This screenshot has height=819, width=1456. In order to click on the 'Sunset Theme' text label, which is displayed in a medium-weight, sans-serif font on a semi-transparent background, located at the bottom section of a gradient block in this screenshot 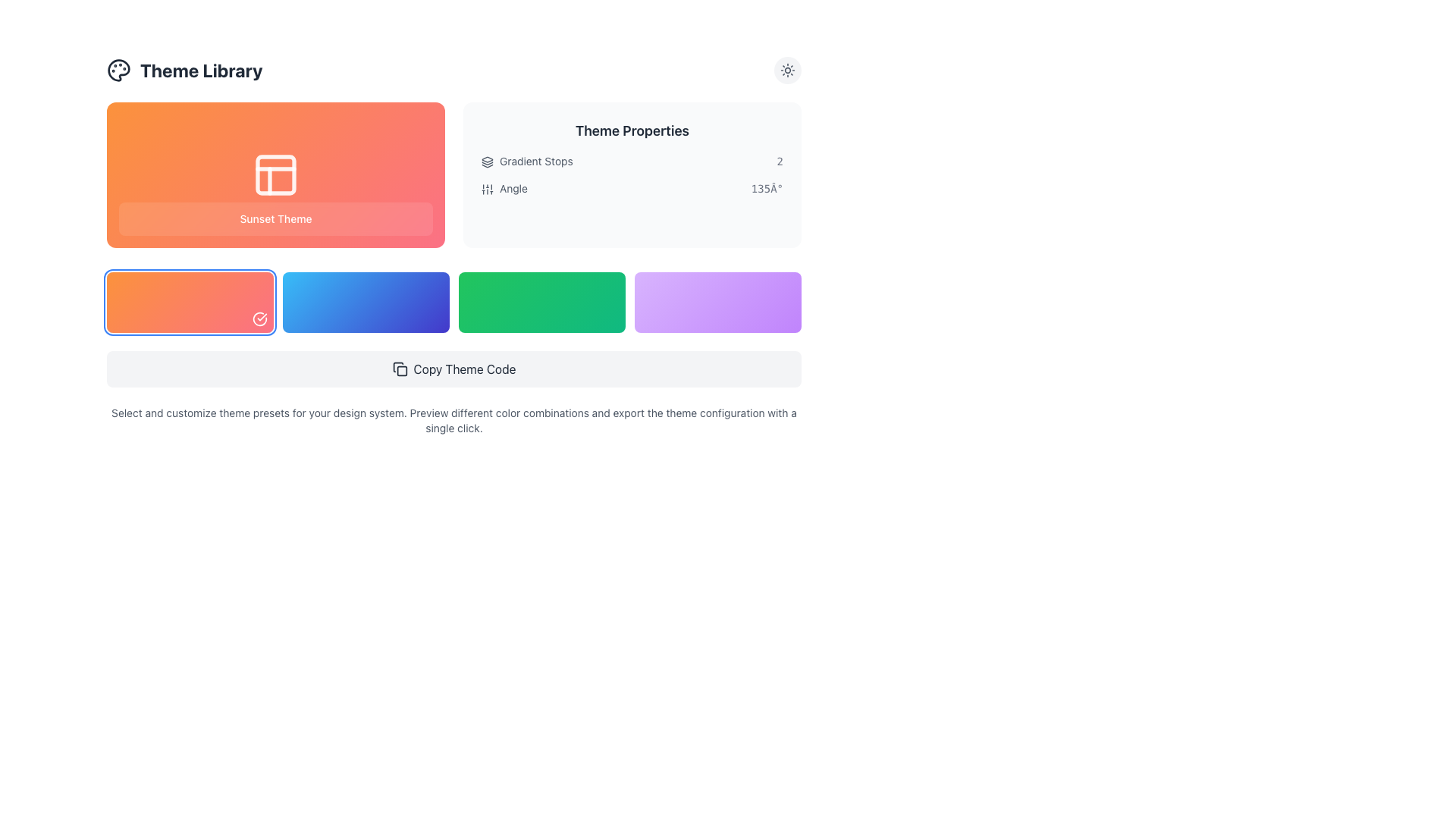, I will do `click(276, 219)`.